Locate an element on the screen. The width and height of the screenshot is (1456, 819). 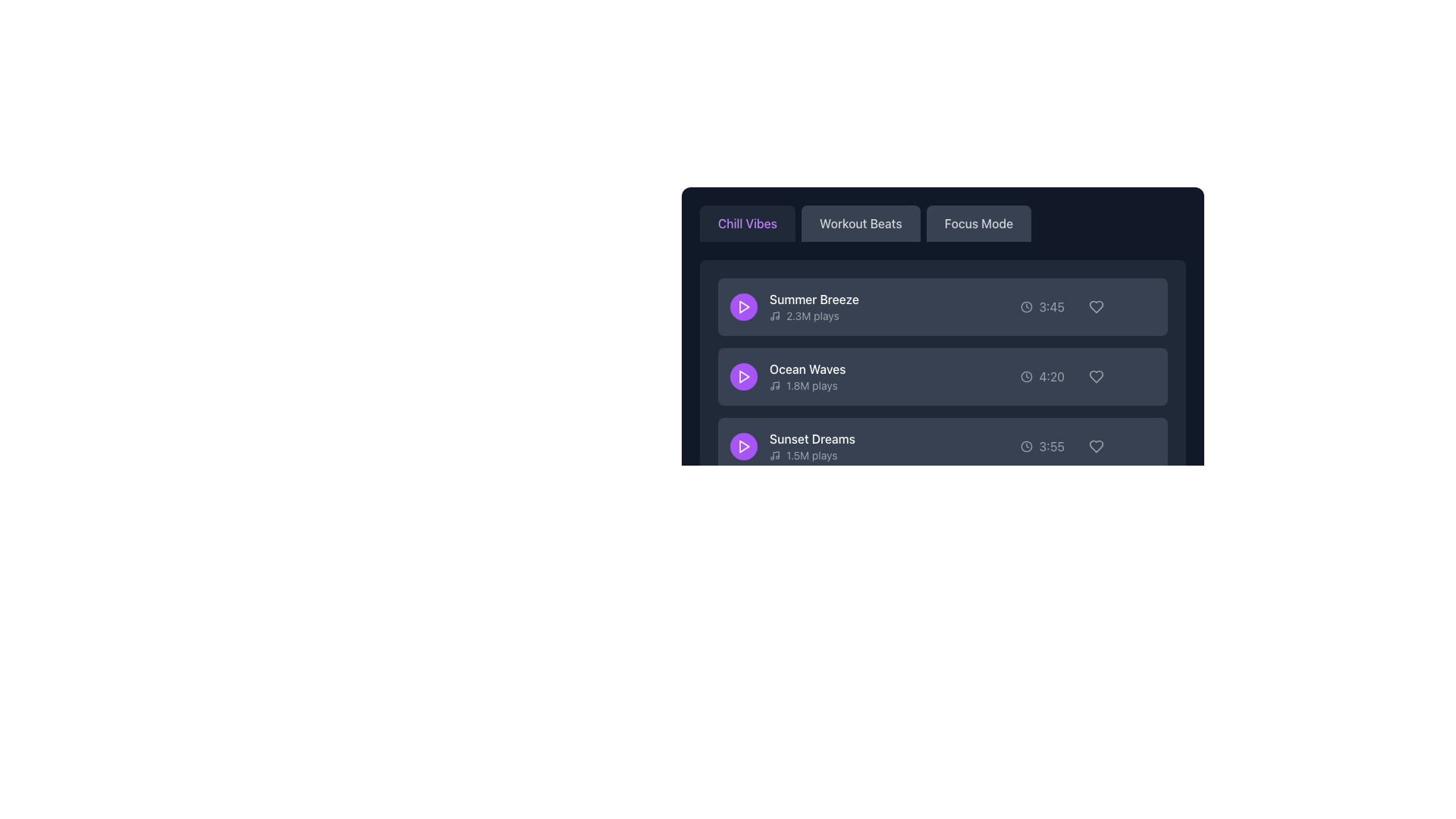
the label displaying information about the music track, located as the second item in the list, positioned below 'Summer Breeze' and above 'Sunset Dreams', to the right of the purple circular play button is located at coordinates (807, 376).